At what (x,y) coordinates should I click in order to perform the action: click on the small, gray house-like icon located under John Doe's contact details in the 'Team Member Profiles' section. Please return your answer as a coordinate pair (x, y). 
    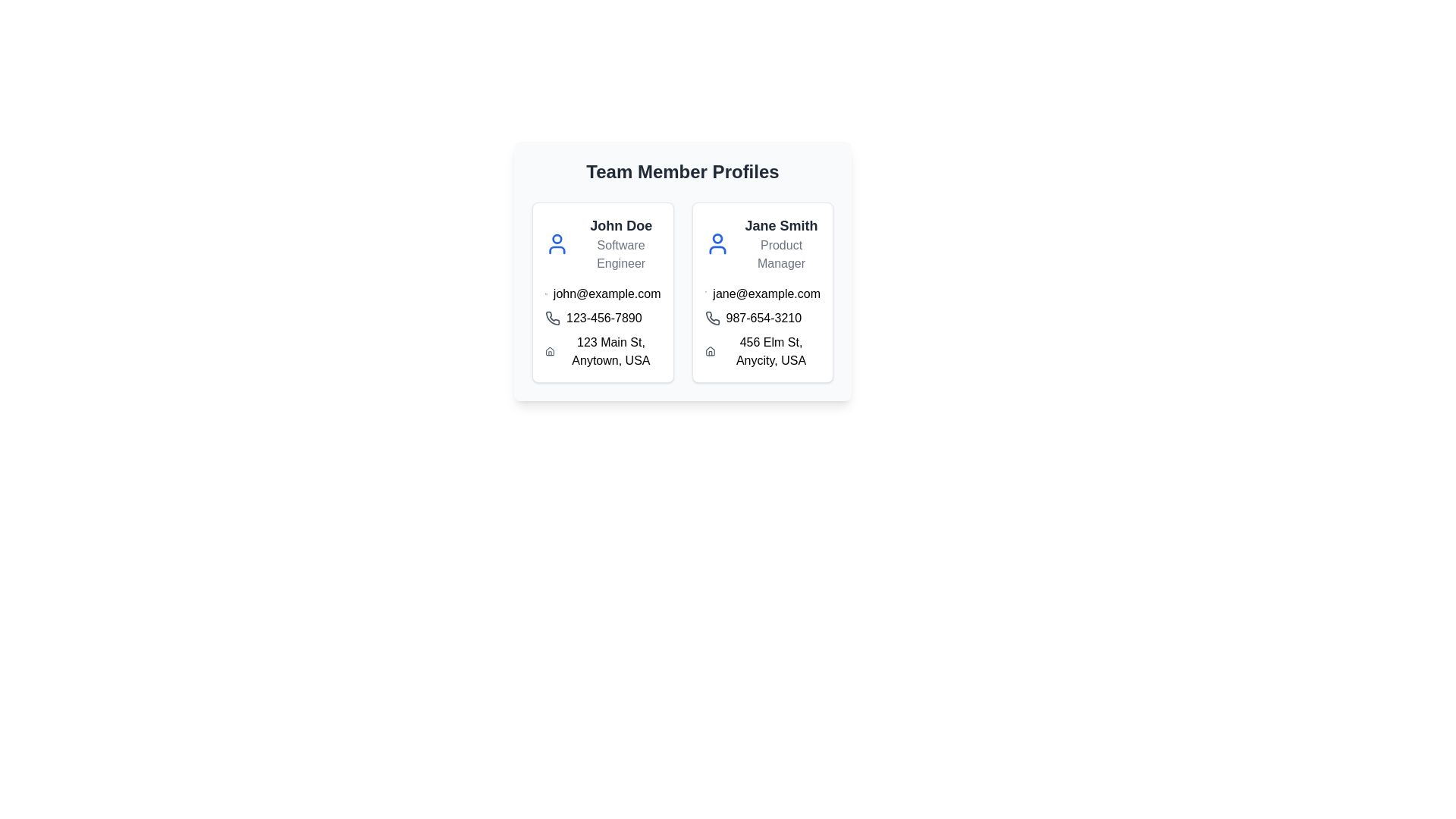
    Looking at the image, I should click on (549, 351).